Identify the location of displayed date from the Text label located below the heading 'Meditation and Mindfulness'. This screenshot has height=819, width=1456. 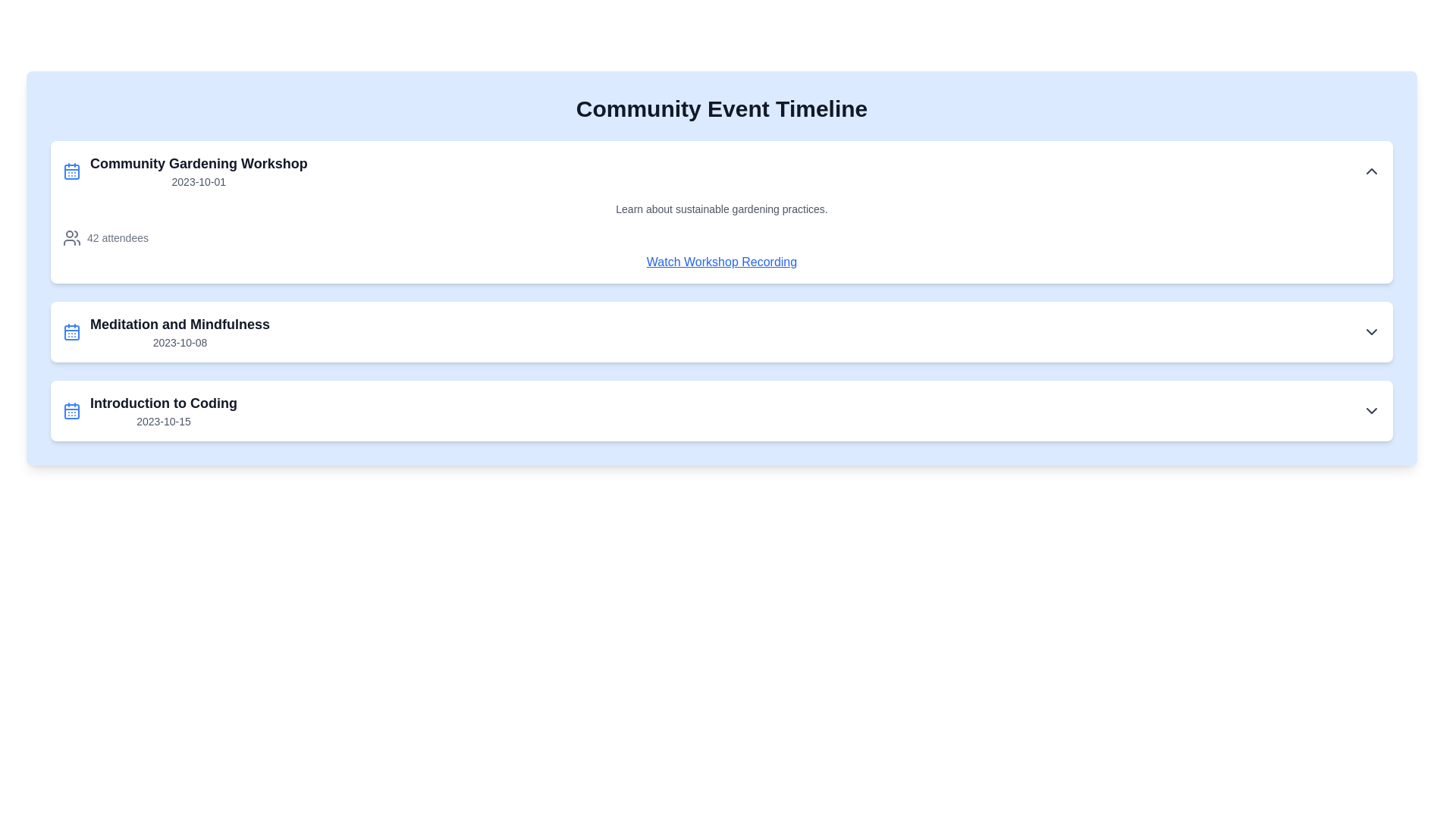
(180, 342).